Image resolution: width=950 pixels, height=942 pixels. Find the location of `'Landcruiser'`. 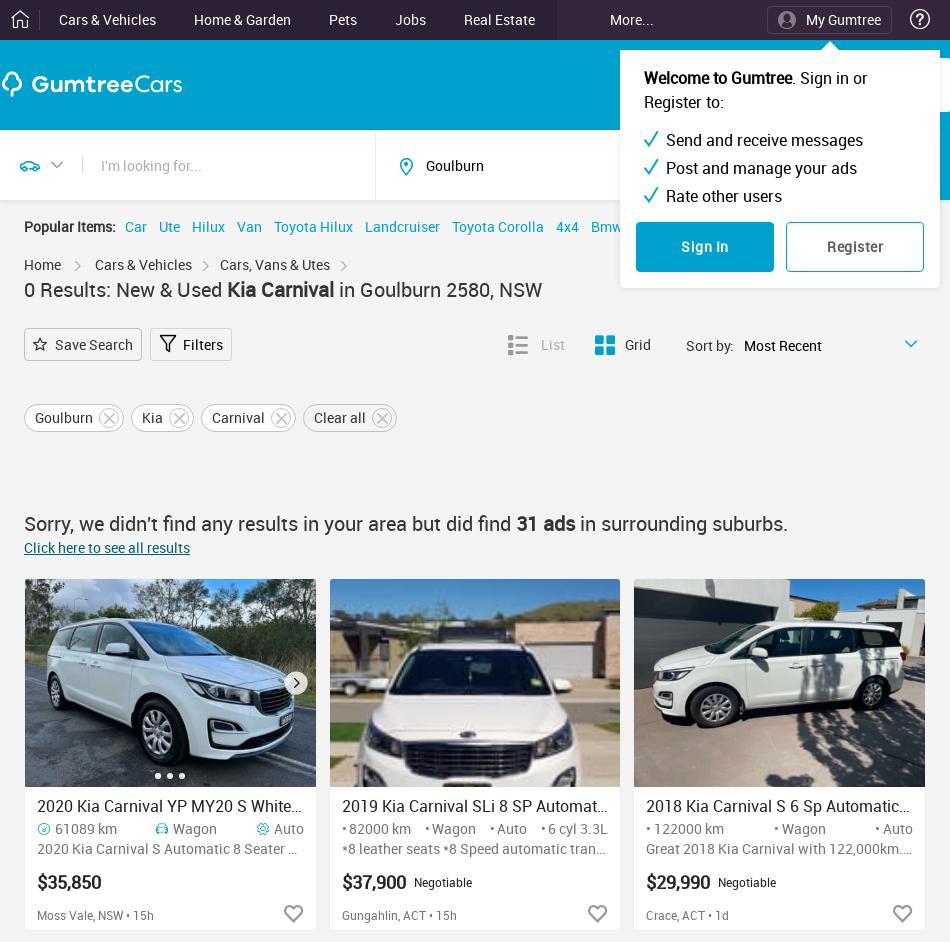

'Landcruiser' is located at coordinates (401, 226).